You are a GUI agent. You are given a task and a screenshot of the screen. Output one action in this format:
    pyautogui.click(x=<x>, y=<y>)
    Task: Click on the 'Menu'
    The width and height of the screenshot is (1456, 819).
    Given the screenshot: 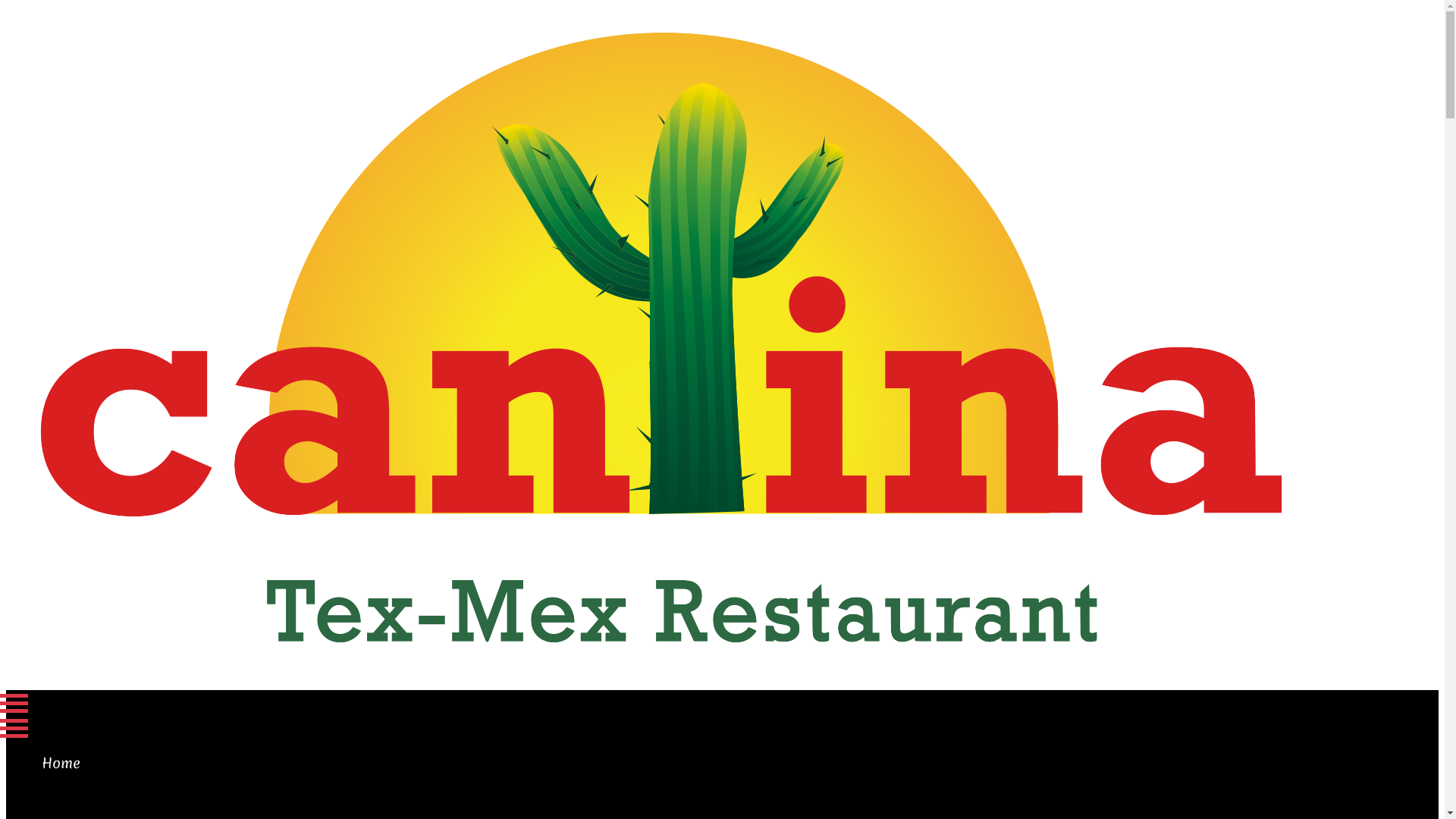 What is the action you would take?
    pyautogui.click(x=69, y=703)
    